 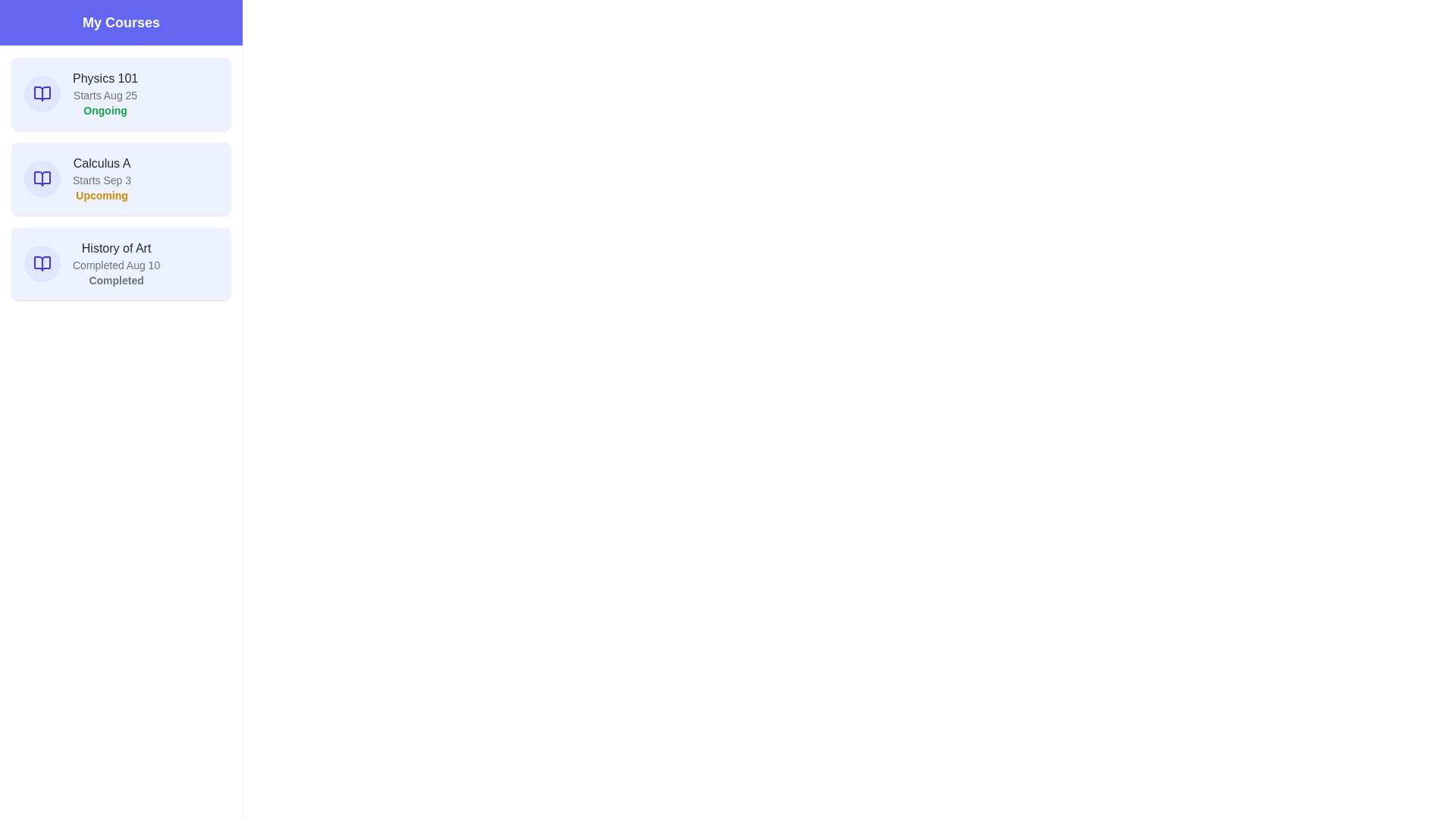 I want to click on button in the top-left corner to toggle the drawer, so click(x=30, y=30).